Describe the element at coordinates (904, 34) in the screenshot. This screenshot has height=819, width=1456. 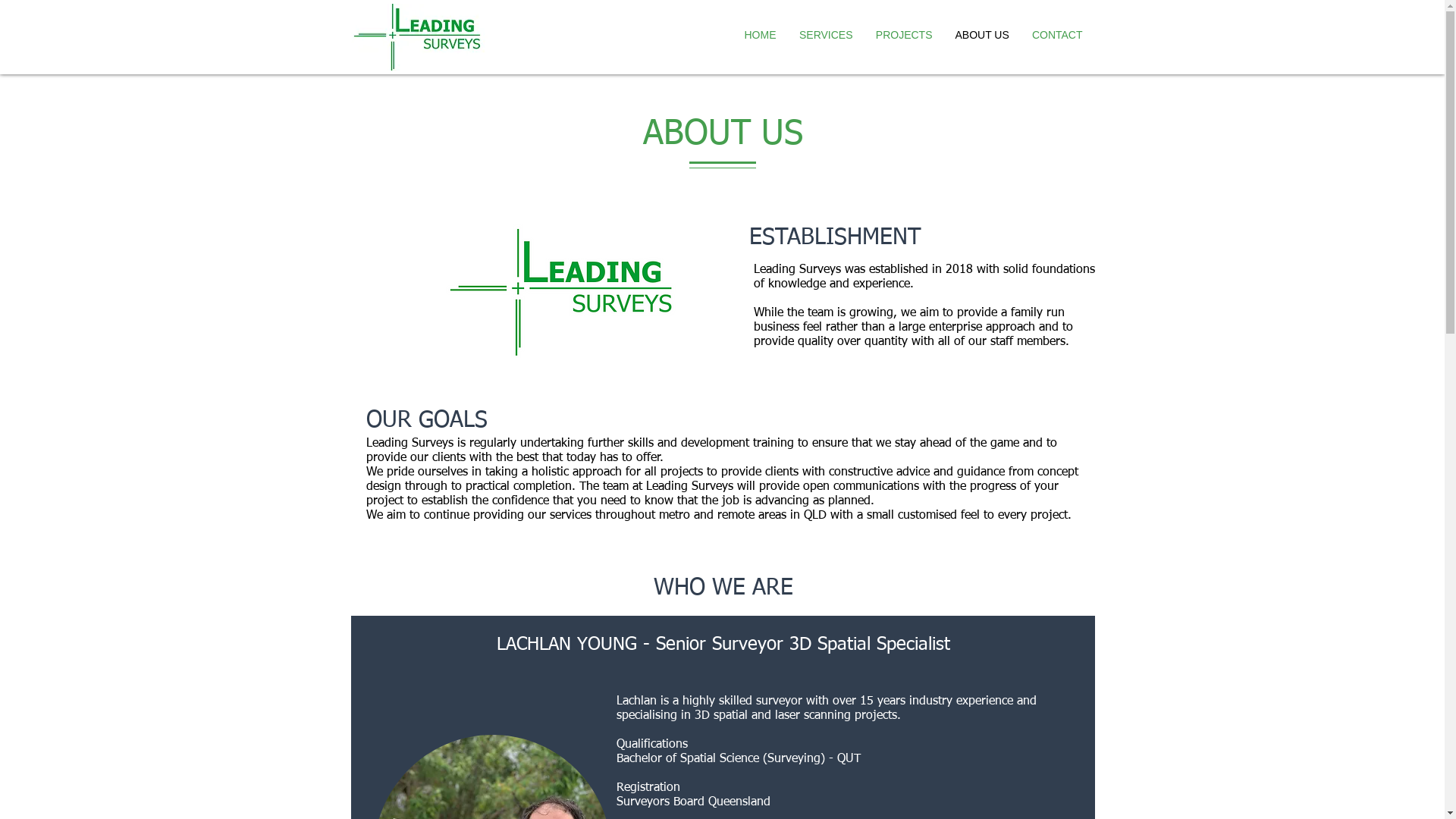
I see `'PROJECTS'` at that location.